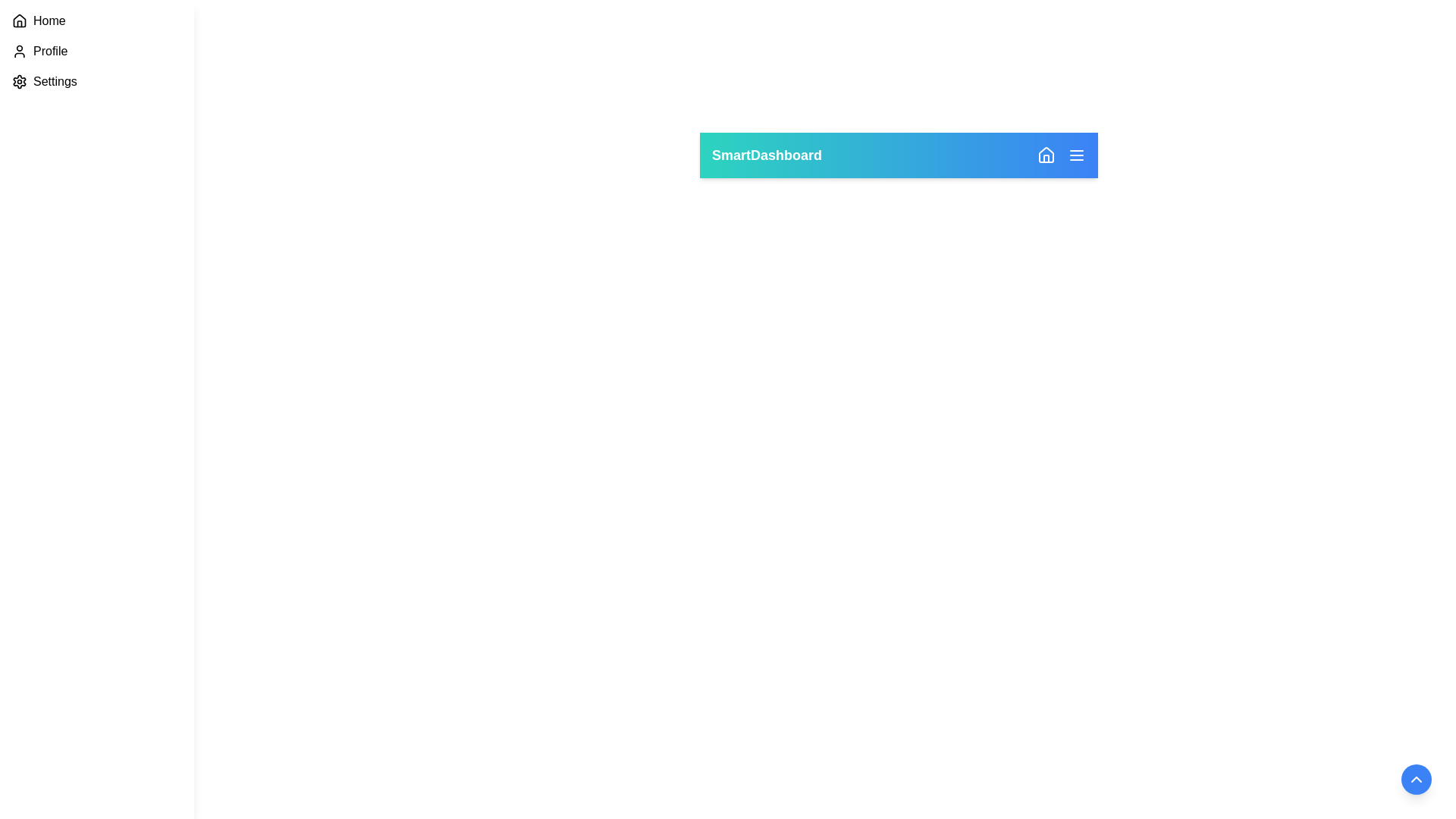 The height and width of the screenshot is (819, 1456). I want to click on the small vector-based door icon within the house icon in the SVG located in the top-right corner of the horizontal navigation bar, so click(1046, 158).